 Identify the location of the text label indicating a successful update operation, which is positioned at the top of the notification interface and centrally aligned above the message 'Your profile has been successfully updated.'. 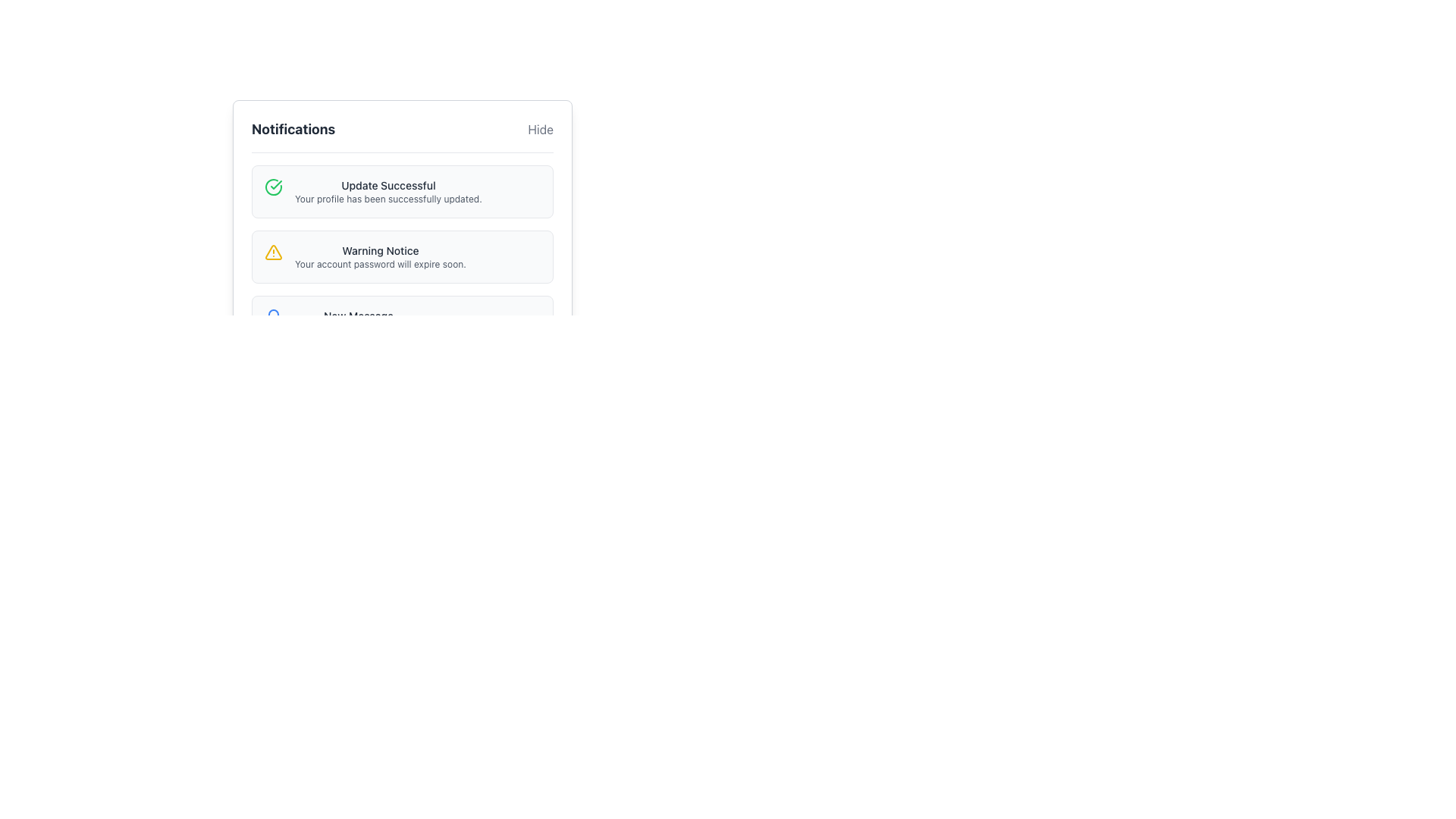
(388, 185).